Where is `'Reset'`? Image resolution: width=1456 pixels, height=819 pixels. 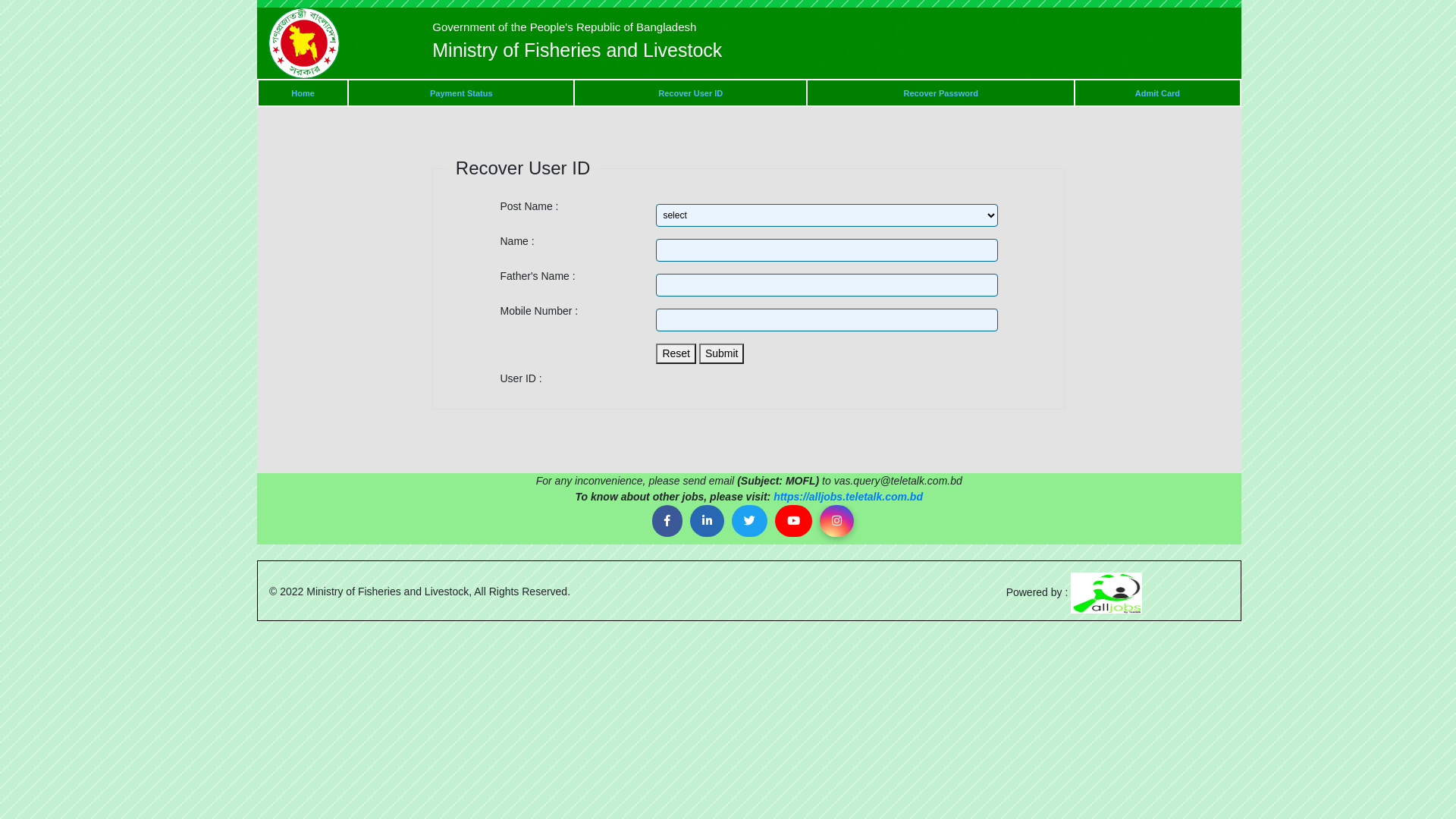 'Reset' is located at coordinates (655, 353).